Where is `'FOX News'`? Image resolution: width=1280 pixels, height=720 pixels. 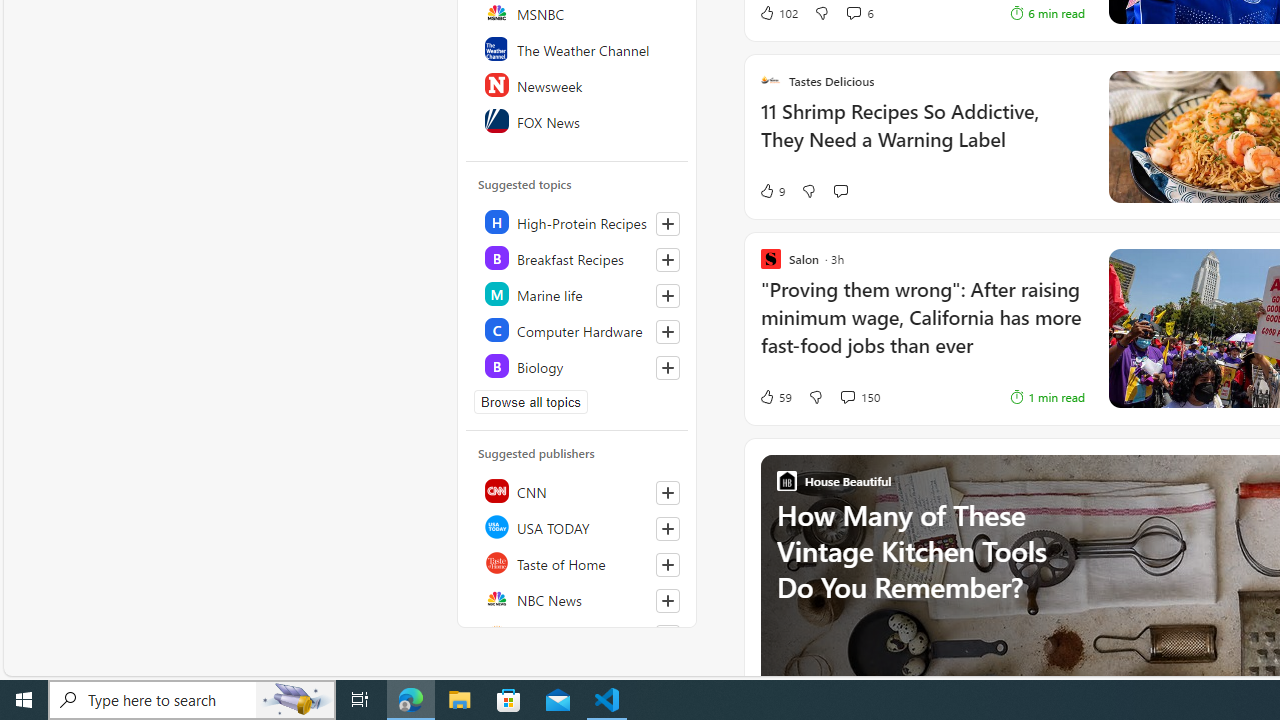
'FOX News' is located at coordinates (577, 120).